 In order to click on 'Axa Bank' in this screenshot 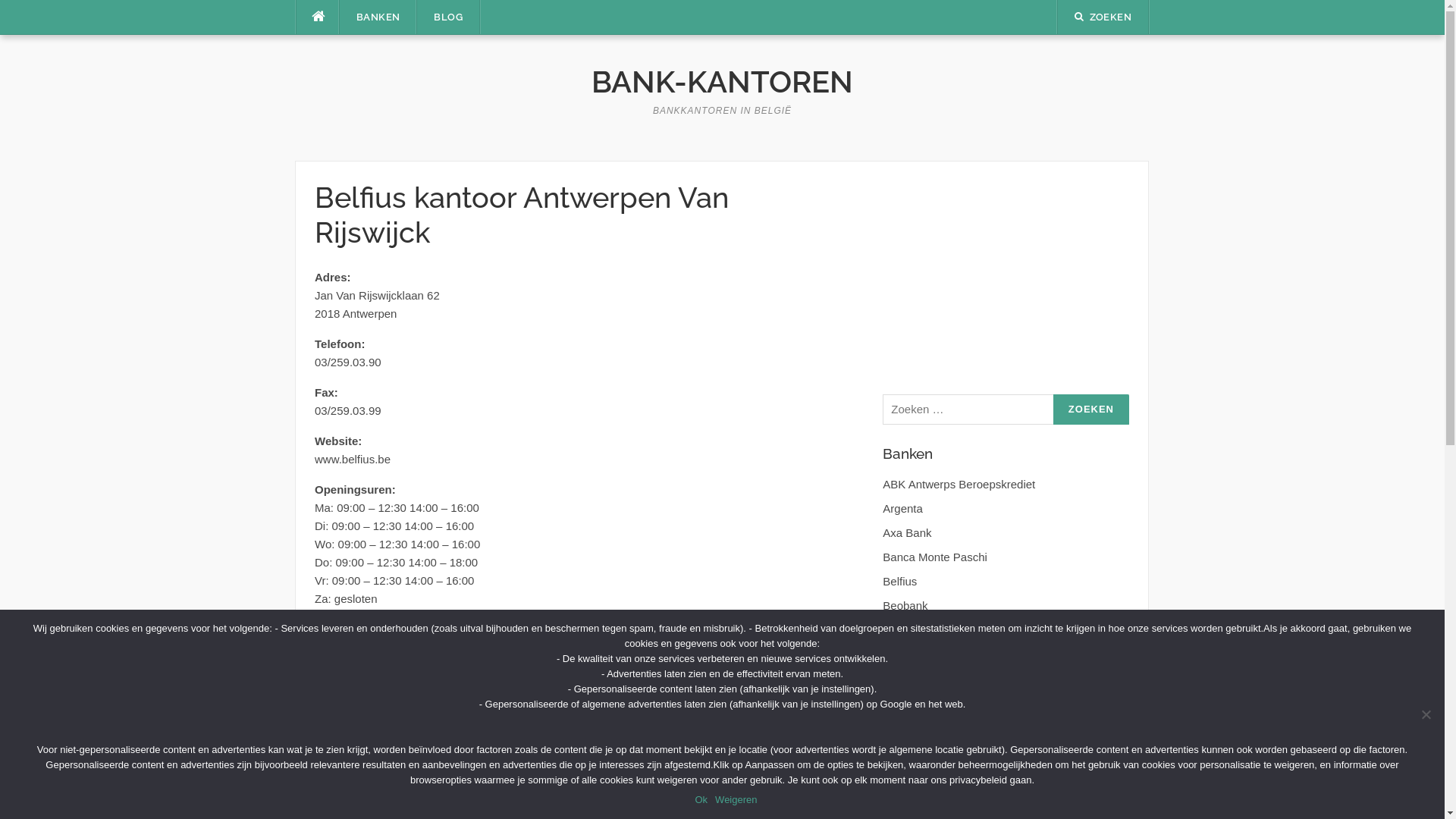, I will do `click(882, 532)`.